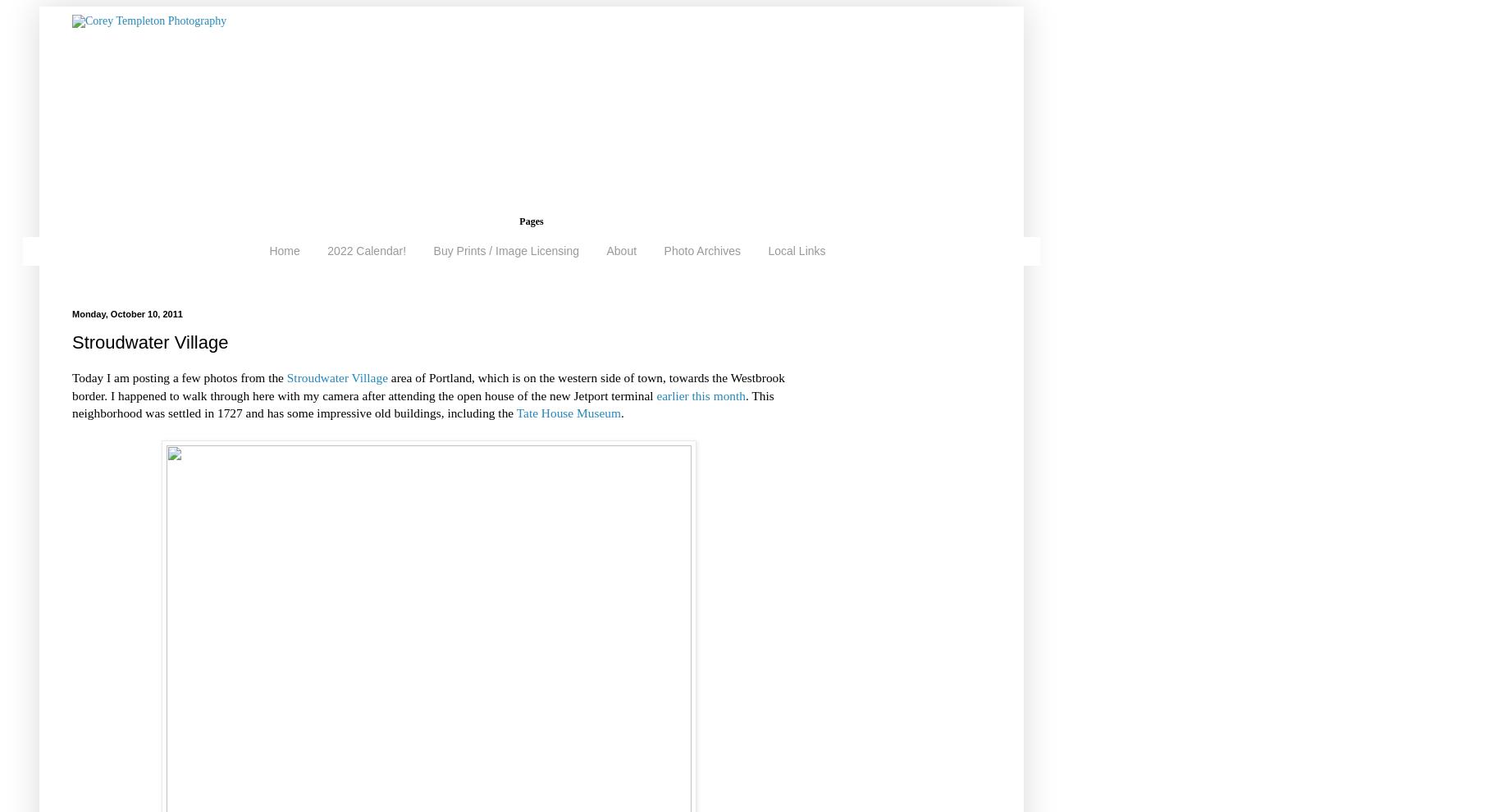 Image resolution: width=1493 pixels, height=812 pixels. What do you see at coordinates (767, 250) in the screenshot?
I see `'Local Links'` at bounding box center [767, 250].